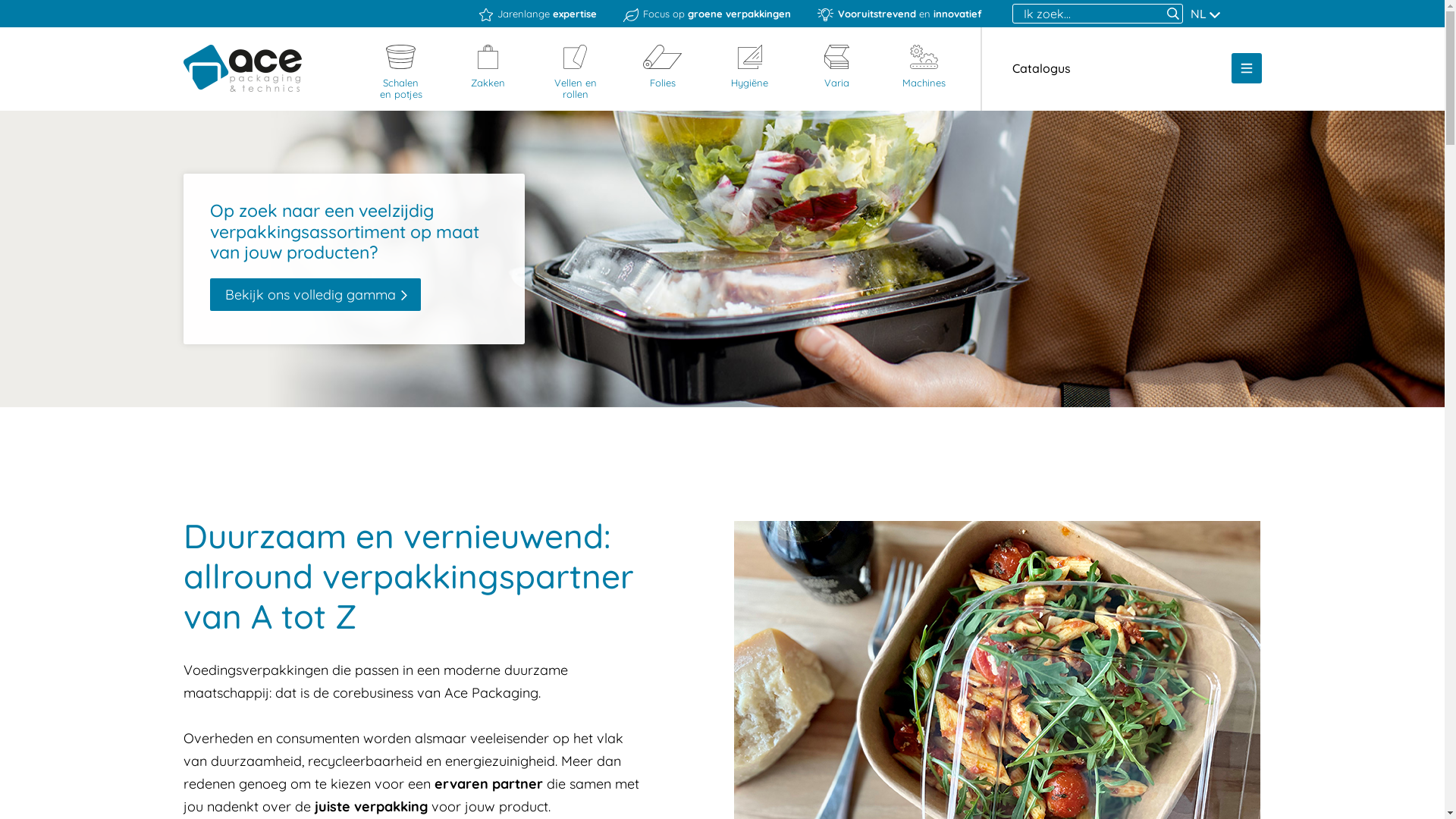 This screenshot has width=1456, height=819. I want to click on 'Zakken', so click(488, 66).